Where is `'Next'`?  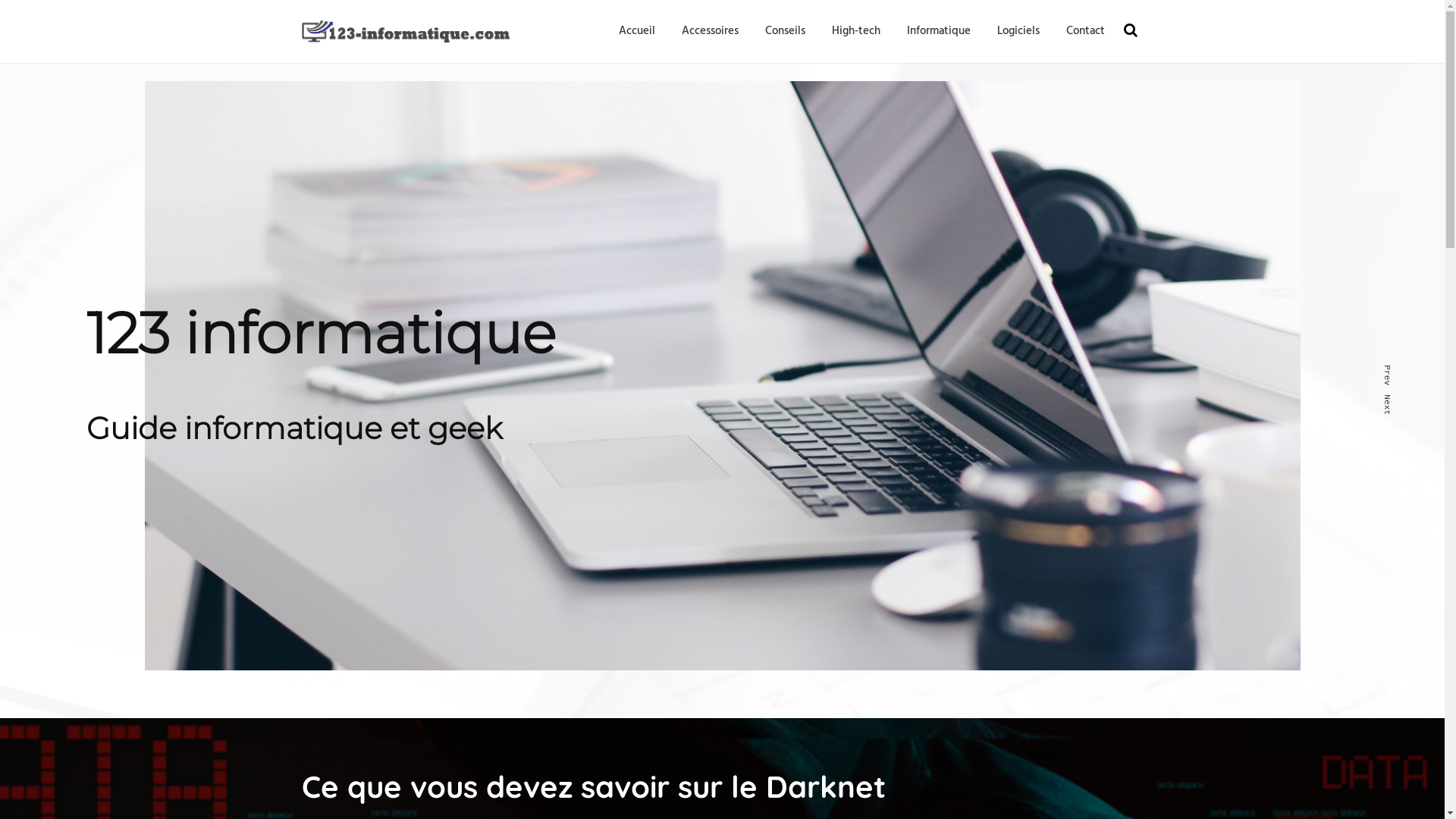 'Next' is located at coordinates (1392, 397).